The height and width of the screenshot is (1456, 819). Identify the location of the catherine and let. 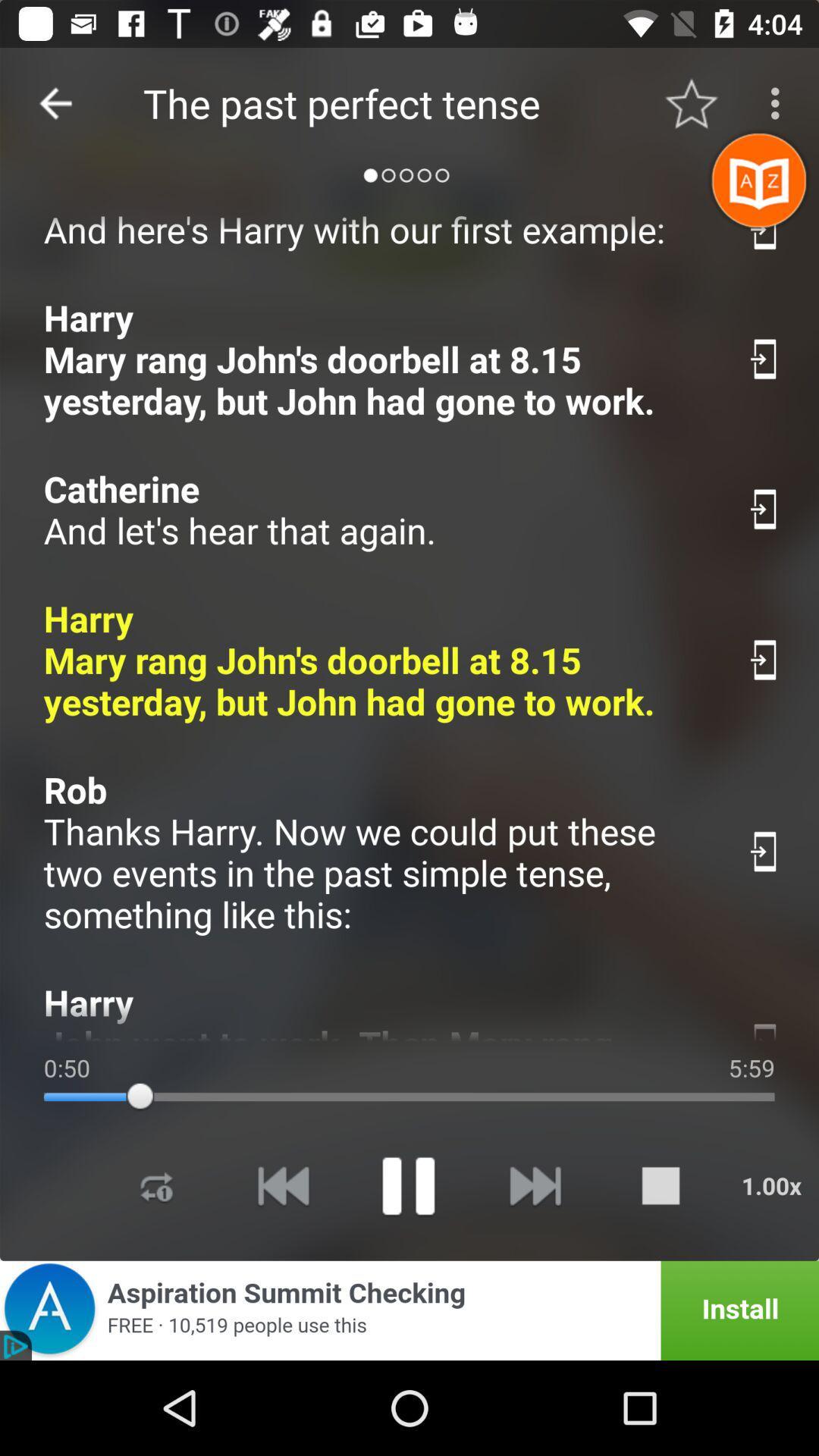
(378, 510).